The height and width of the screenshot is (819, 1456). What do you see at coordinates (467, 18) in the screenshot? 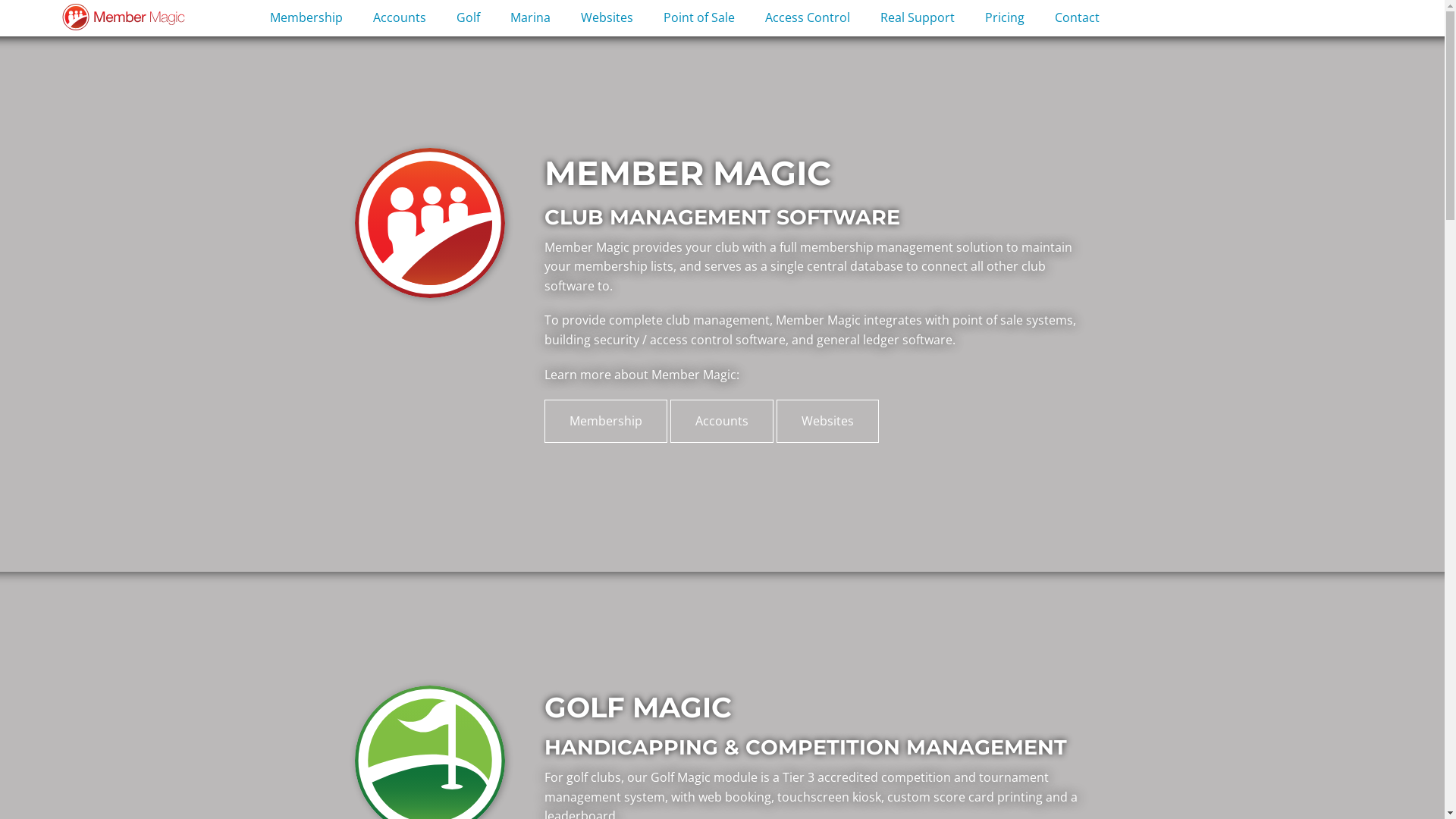
I see `'Golf'` at bounding box center [467, 18].